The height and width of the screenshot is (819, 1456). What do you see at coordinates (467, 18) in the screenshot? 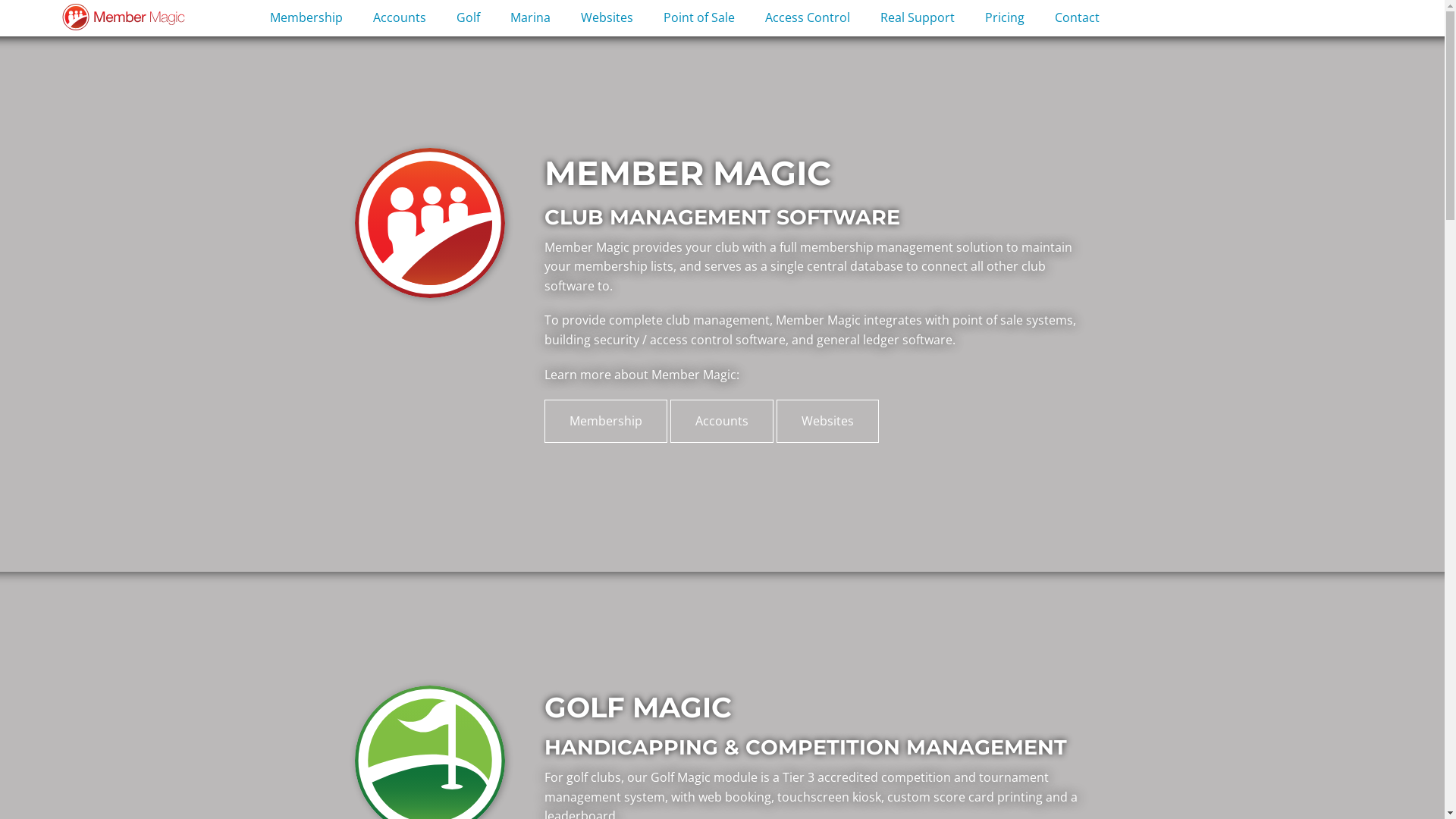
I see `'Golf'` at bounding box center [467, 18].